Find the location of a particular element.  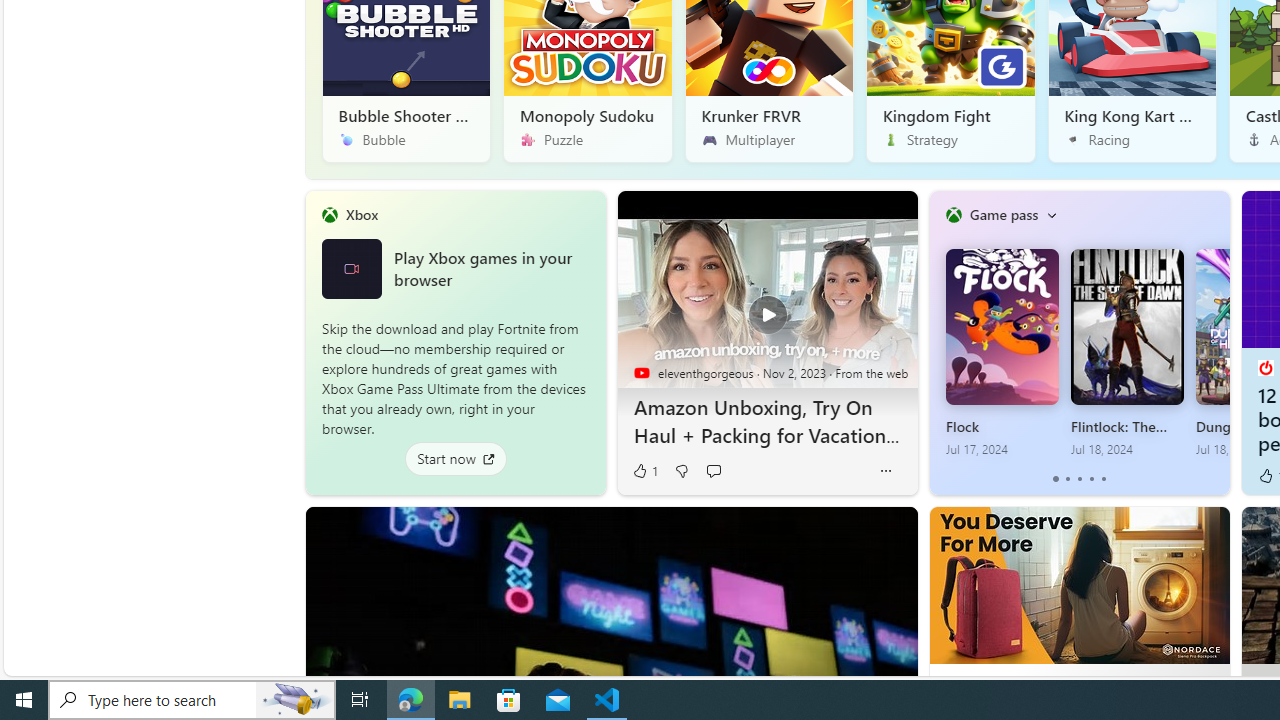

'1 Like' is located at coordinates (644, 471).